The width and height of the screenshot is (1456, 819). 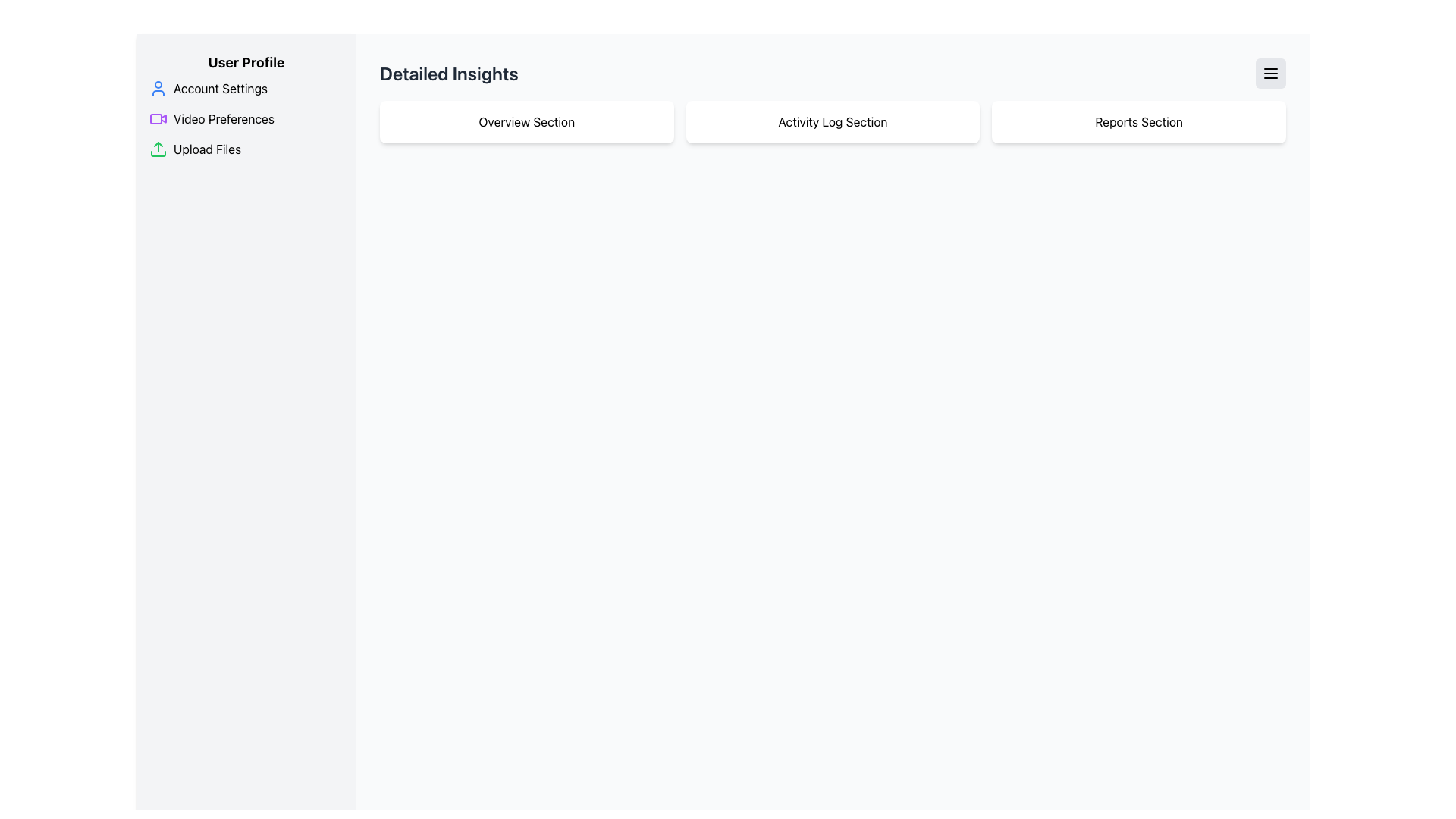 What do you see at coordinates (526, 121) in the screenshot?
I see `the 'Overview Section' button, which is the leftmost component in the navigation row below the 'Detailed Insights' header` at bounding box center [526, 121].